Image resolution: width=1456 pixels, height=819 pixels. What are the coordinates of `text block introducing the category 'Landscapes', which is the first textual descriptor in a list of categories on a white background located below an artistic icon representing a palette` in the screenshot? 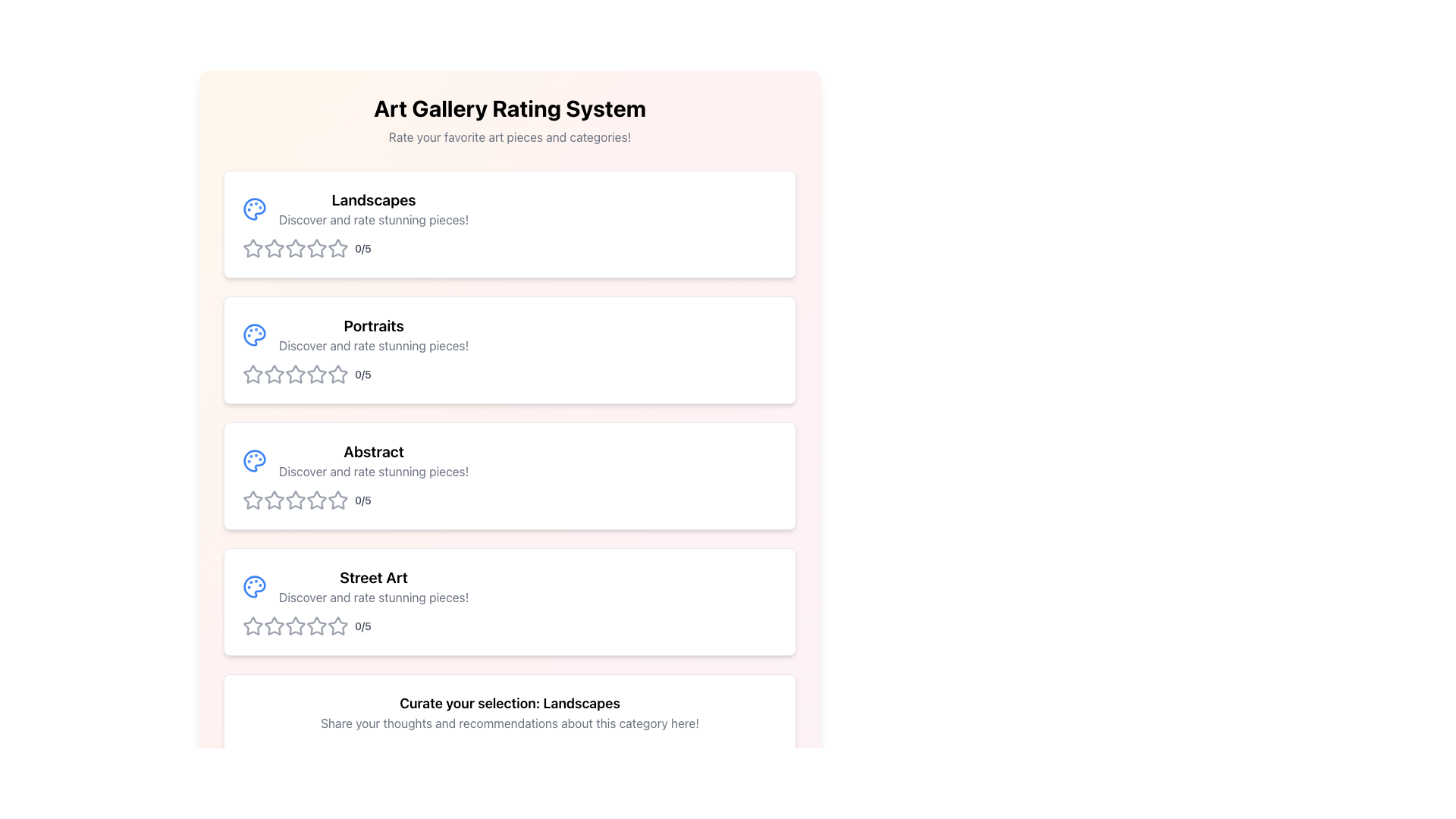 It's located at (374, 209).